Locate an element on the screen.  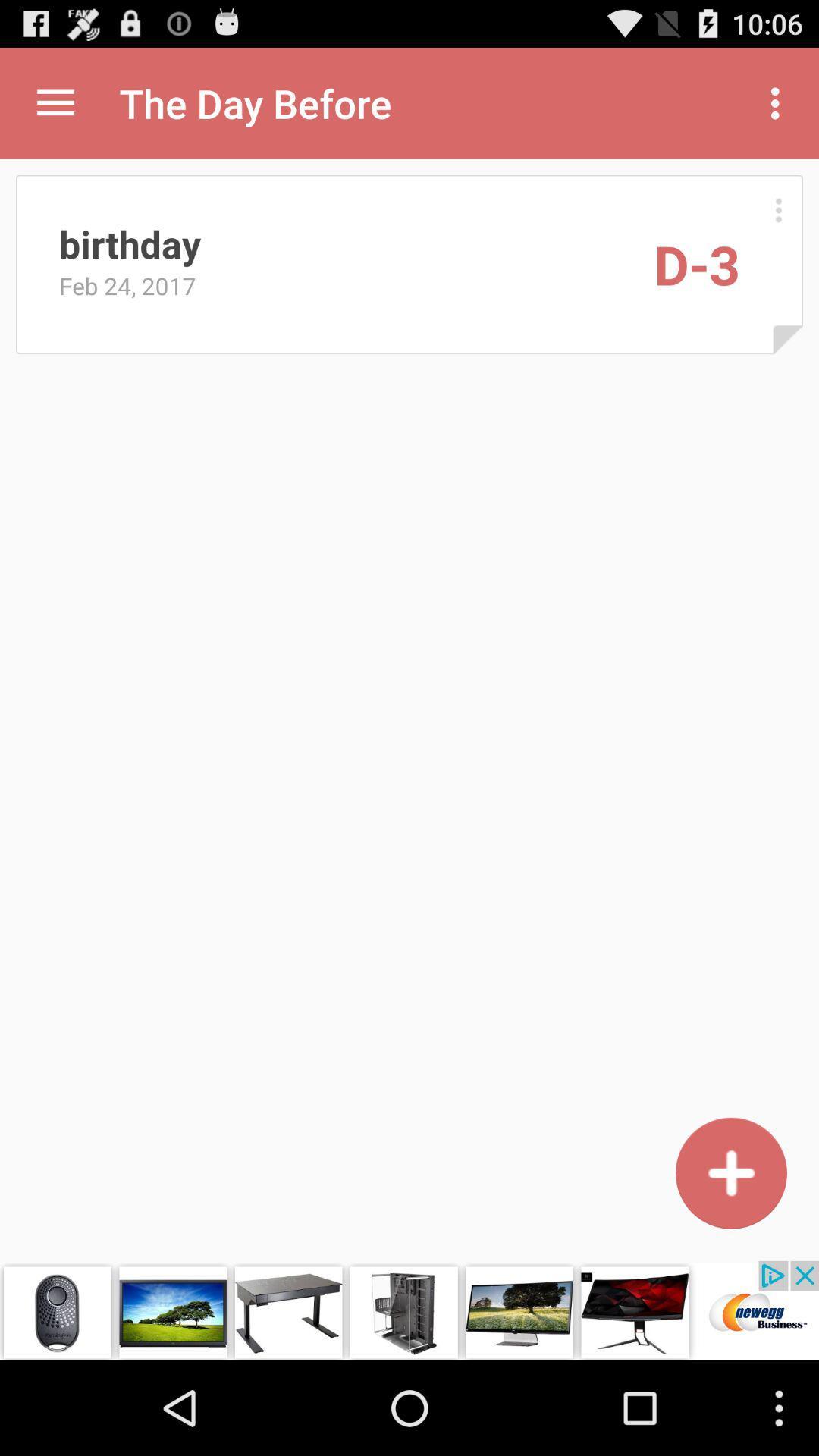
menu is located at coordinates (55, 102).